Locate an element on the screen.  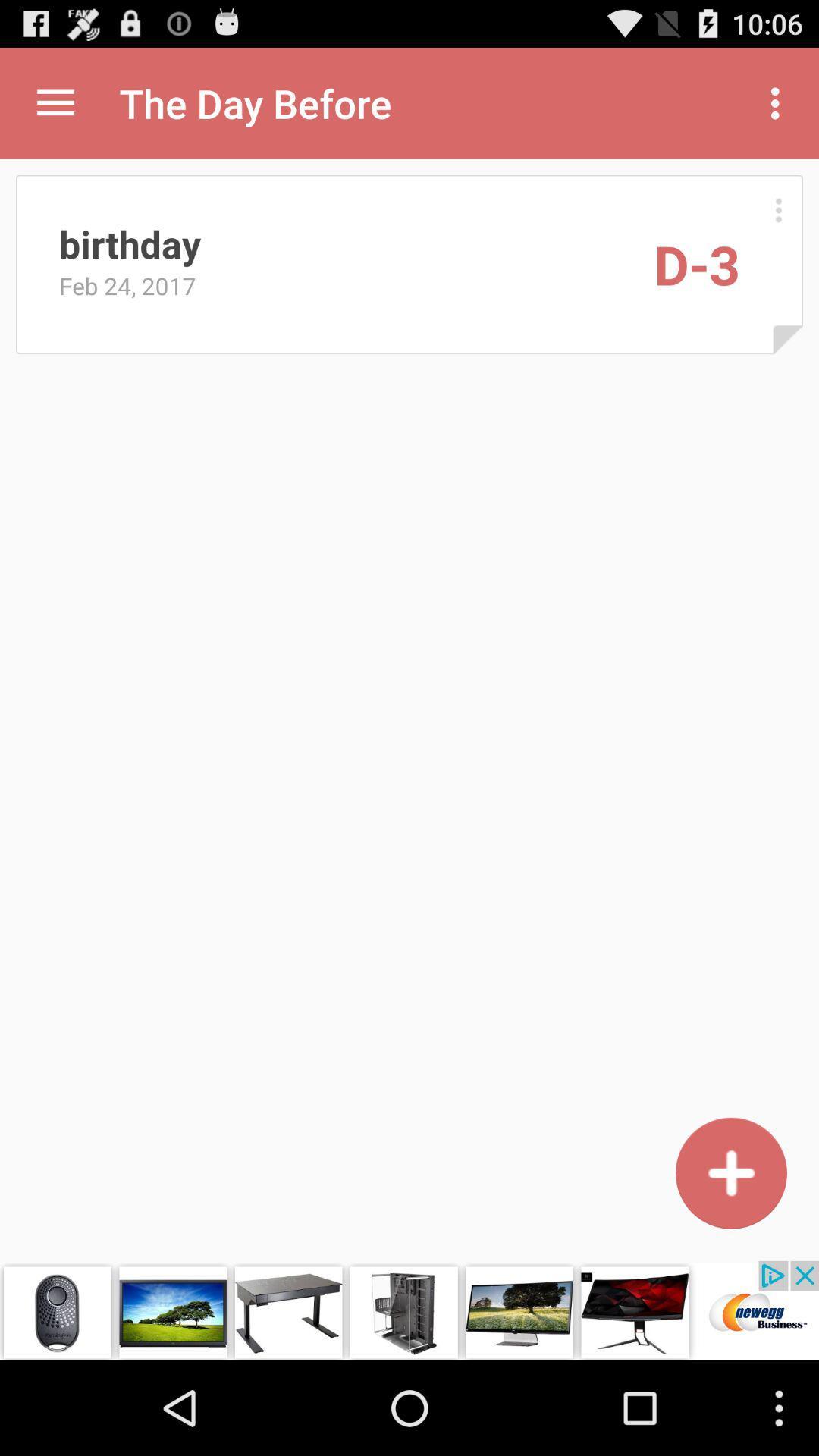
menu is located at coordinates (55, 102).